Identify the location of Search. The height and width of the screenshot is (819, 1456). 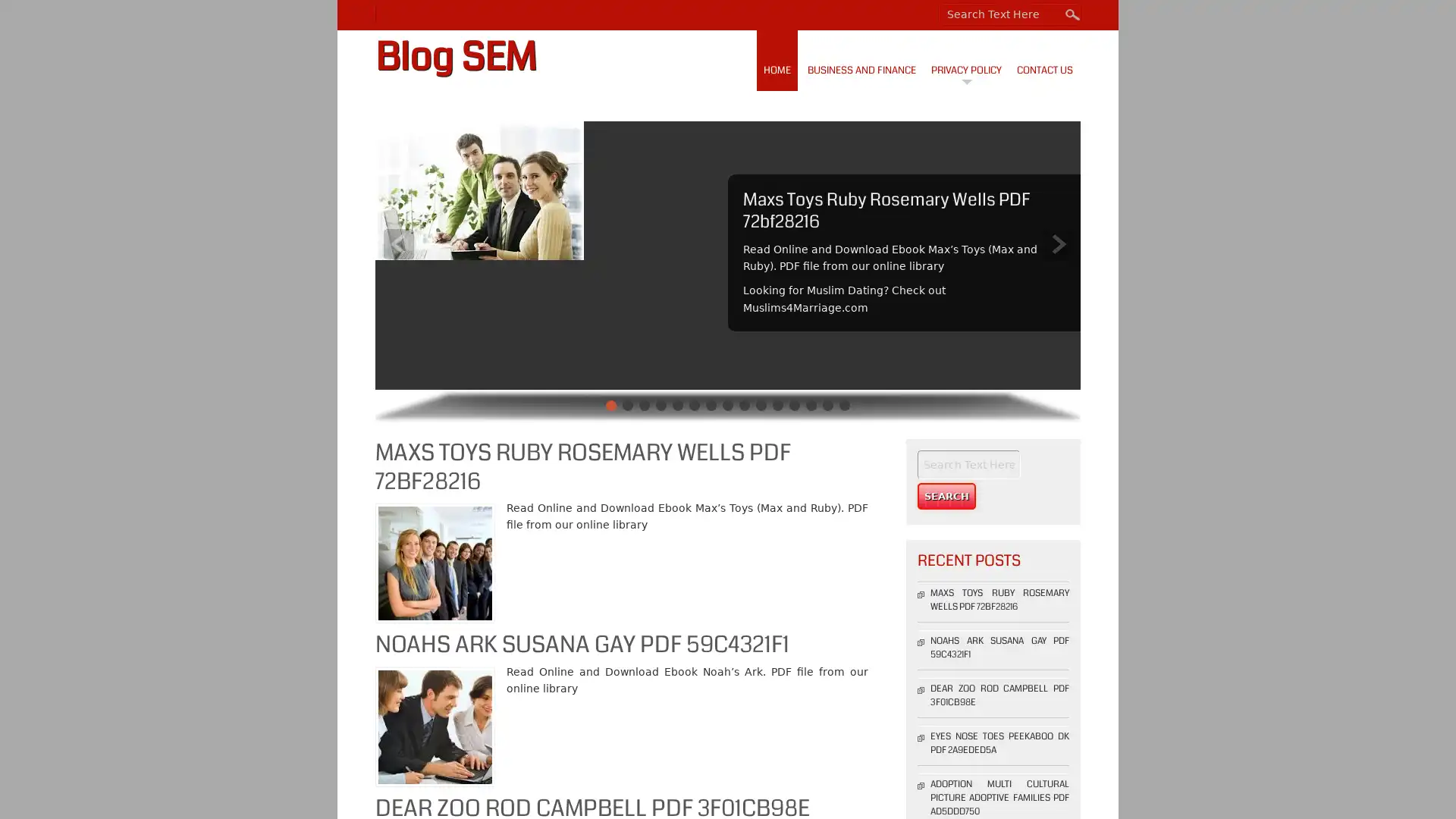
(946, 496).